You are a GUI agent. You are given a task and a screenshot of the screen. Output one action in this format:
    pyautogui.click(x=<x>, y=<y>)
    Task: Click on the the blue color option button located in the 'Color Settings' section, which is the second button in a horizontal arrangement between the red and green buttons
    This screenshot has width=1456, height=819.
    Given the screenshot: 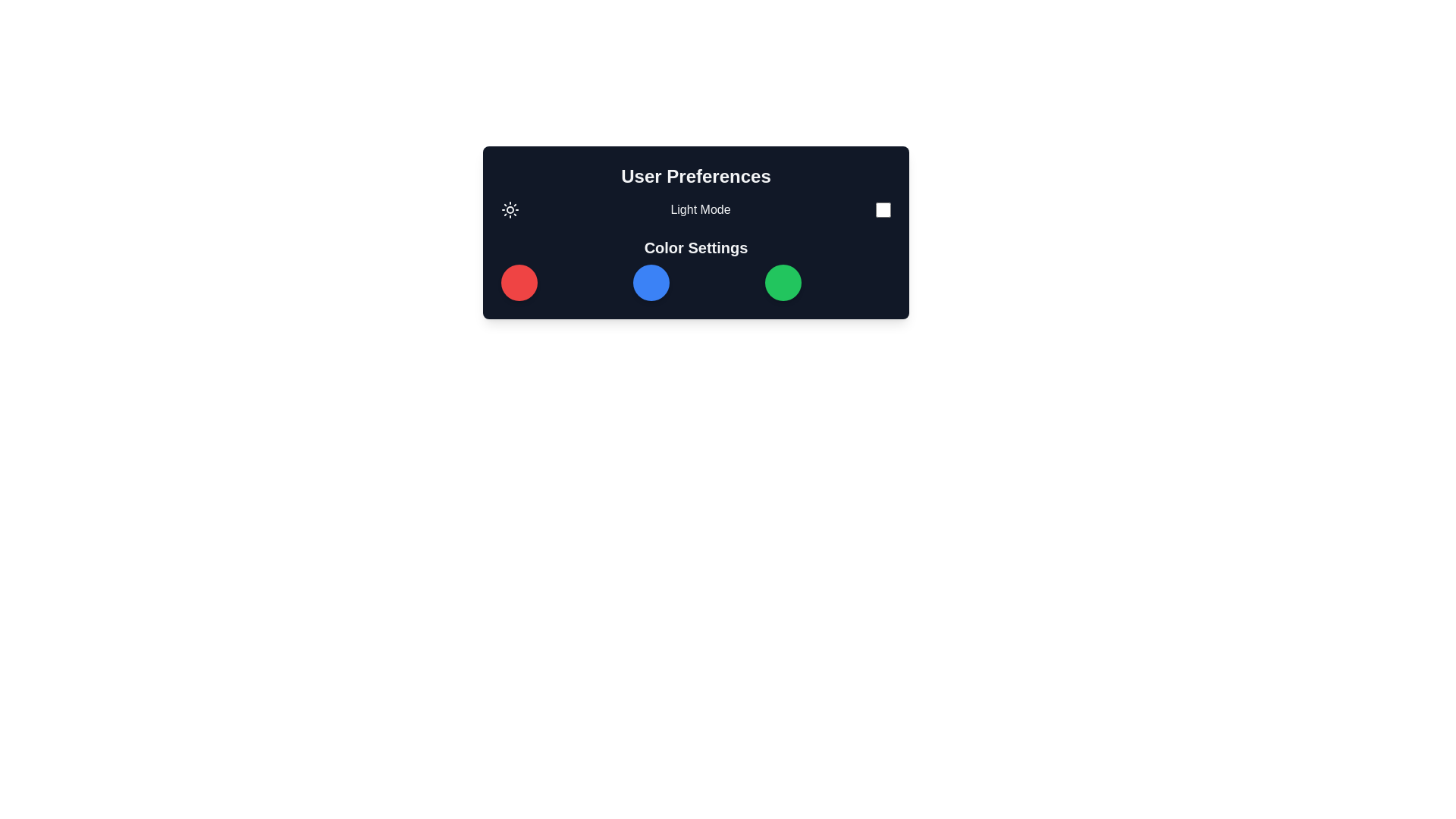 What is the action you would take?
    pyautogui.click(x=651, y=283)
    